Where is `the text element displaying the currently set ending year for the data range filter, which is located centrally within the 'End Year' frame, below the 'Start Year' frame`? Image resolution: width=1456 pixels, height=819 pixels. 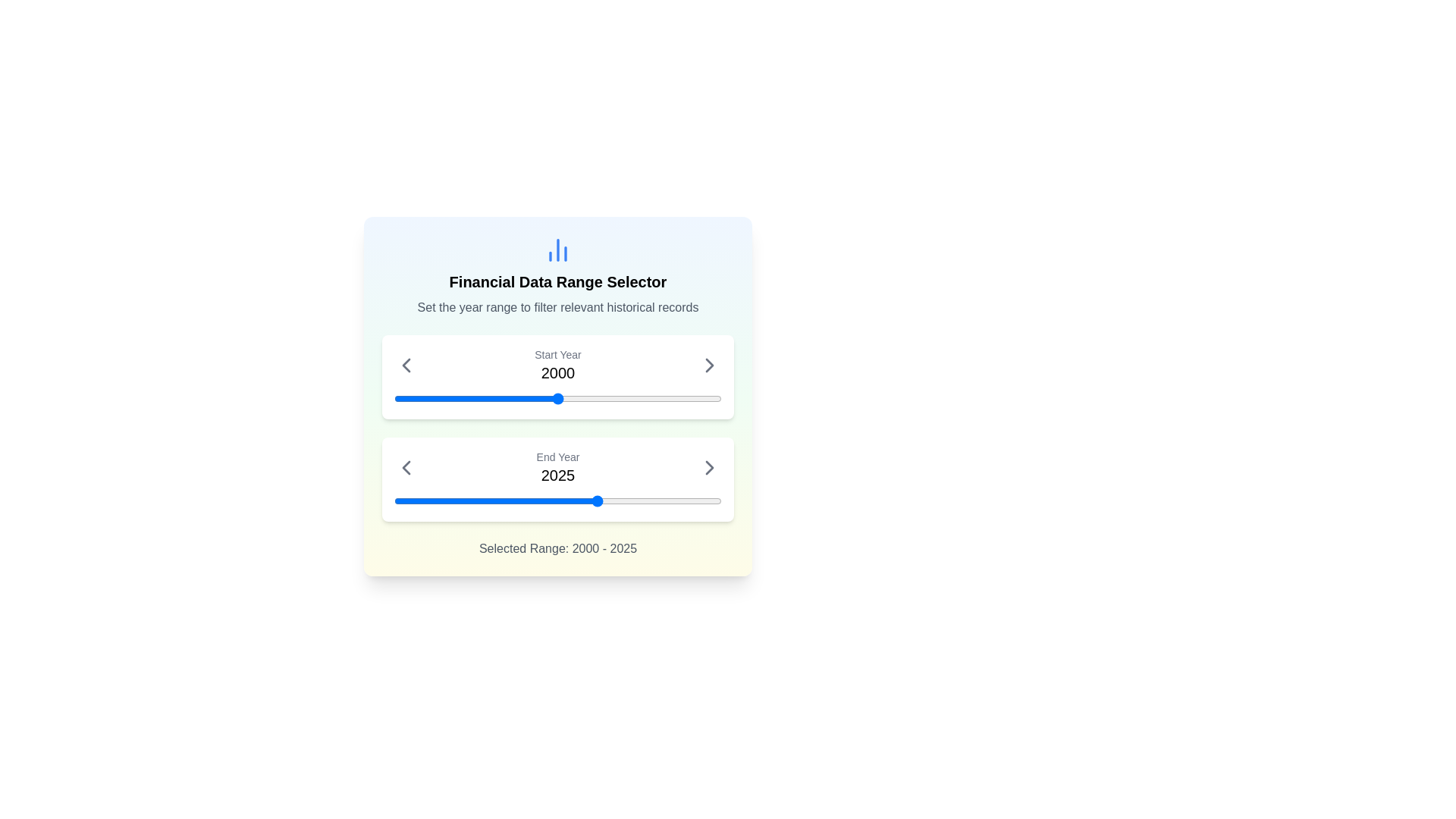 the text element displaying the currently set ending year for the data range filter, which is located centrally within the 'End Year' frame, below the 'Start Year' frame is located at coordinates (557, 475).